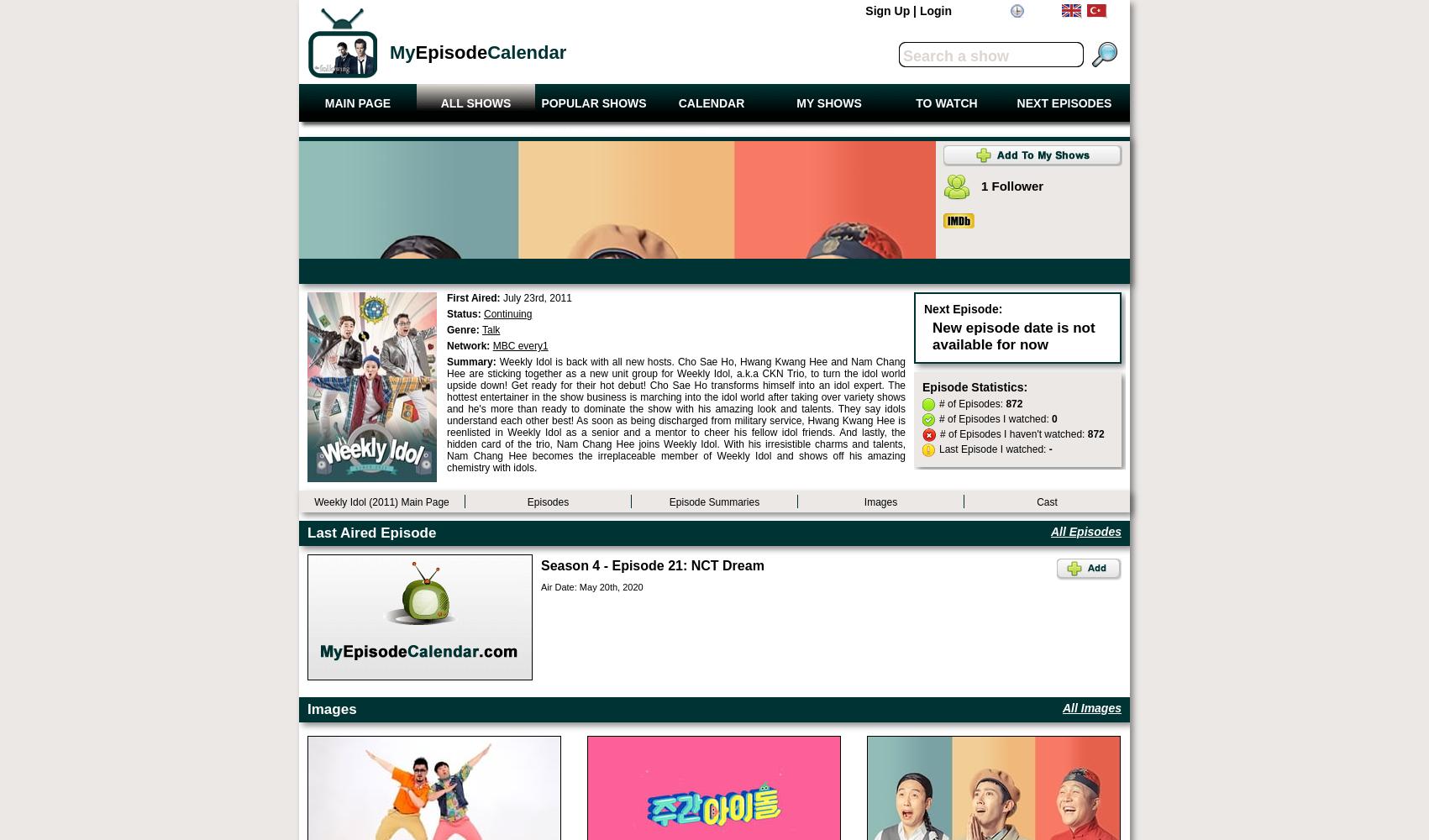 The width and height of the screenshot is (1429, 840). Describe the element at coordinates (591, 586) in the screenshot. I see `'Air Date: May 20th, 2020'` at that location.